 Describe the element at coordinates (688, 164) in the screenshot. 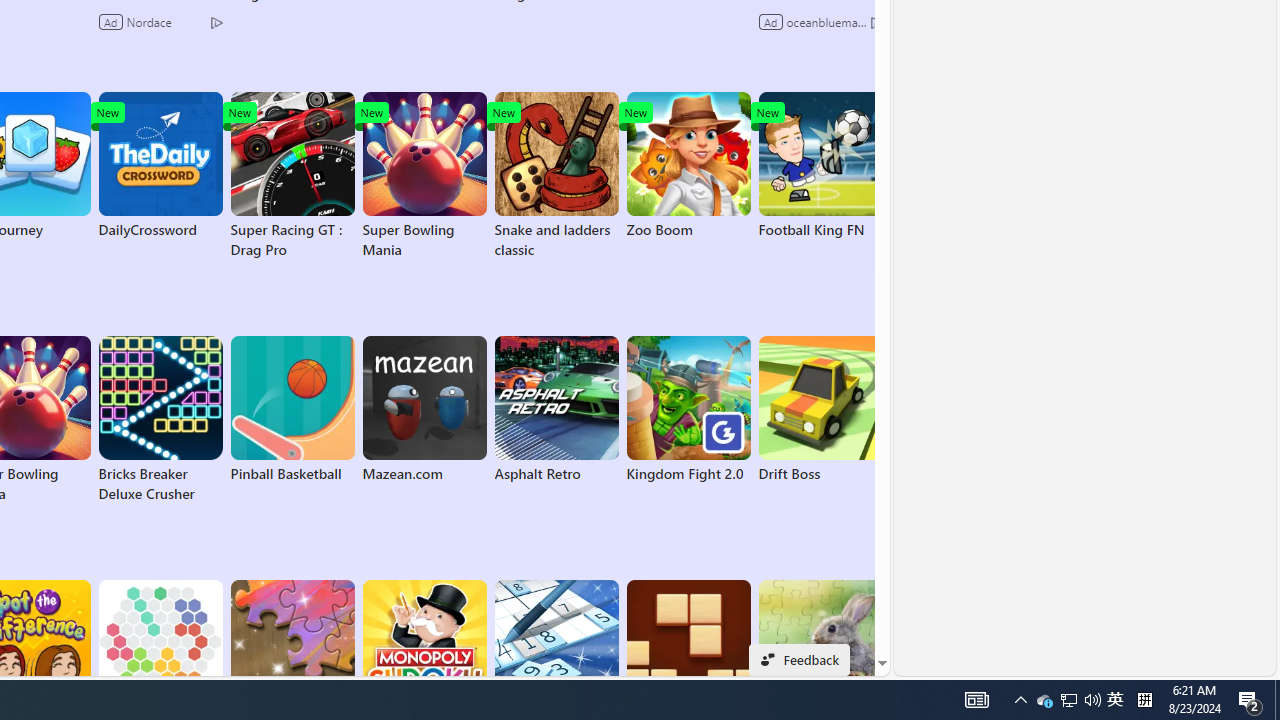

I see `'Zoo Boom'` at that location.